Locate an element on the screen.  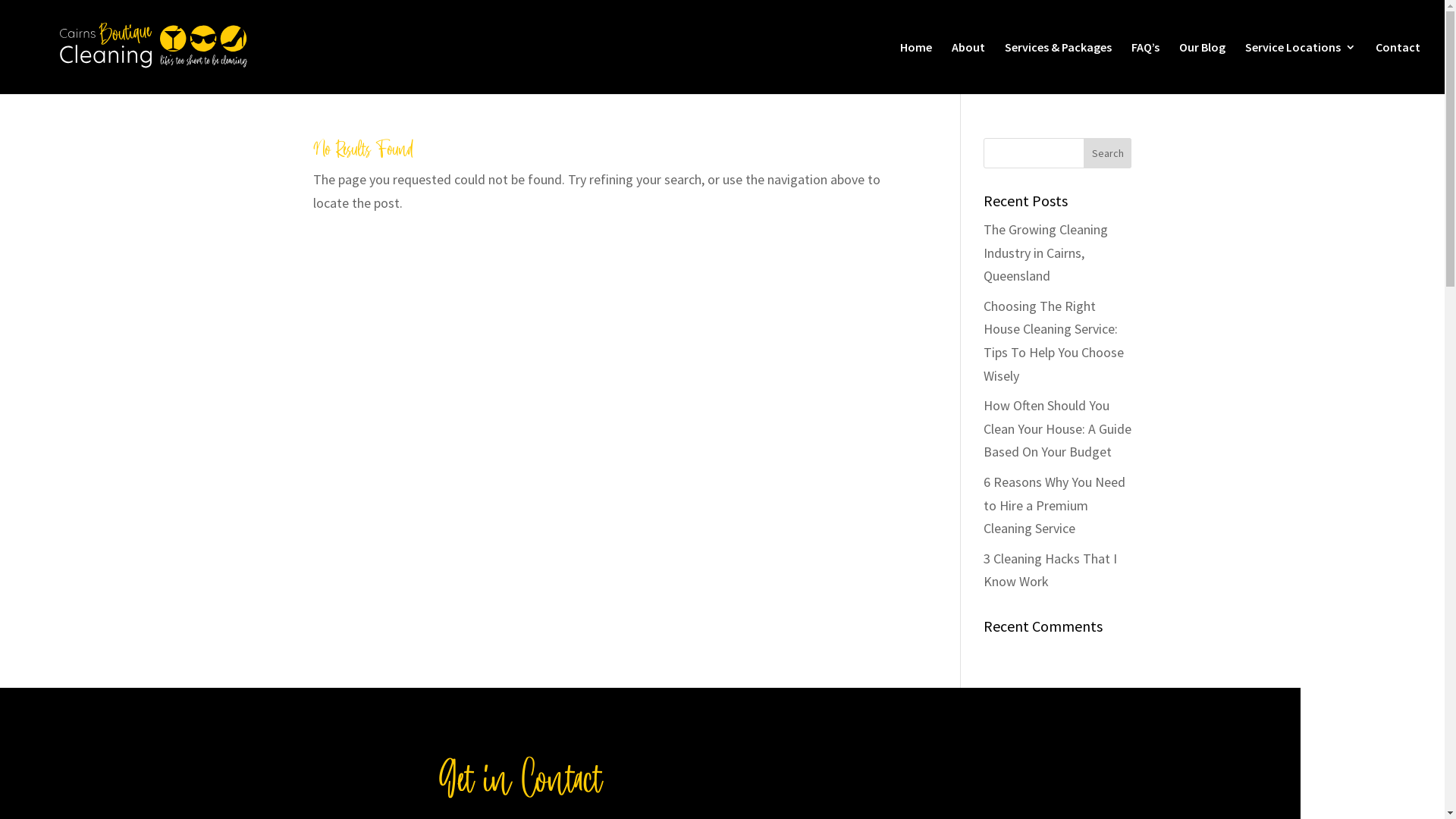
'About' is located at coordinates (967, 67).